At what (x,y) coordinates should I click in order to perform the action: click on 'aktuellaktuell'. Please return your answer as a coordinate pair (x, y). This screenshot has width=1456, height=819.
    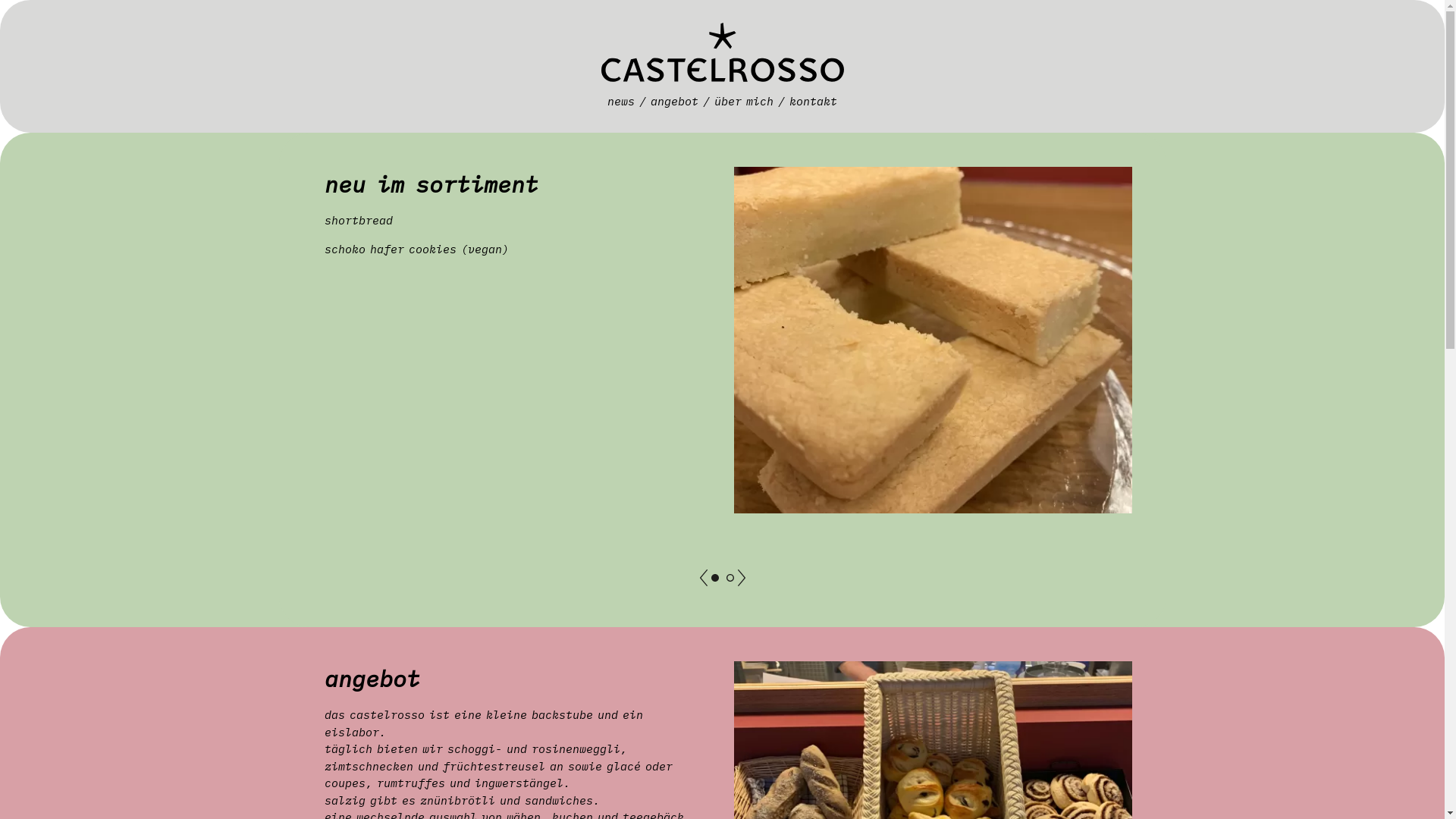
    Looking at the image, I should click on (730, 578).